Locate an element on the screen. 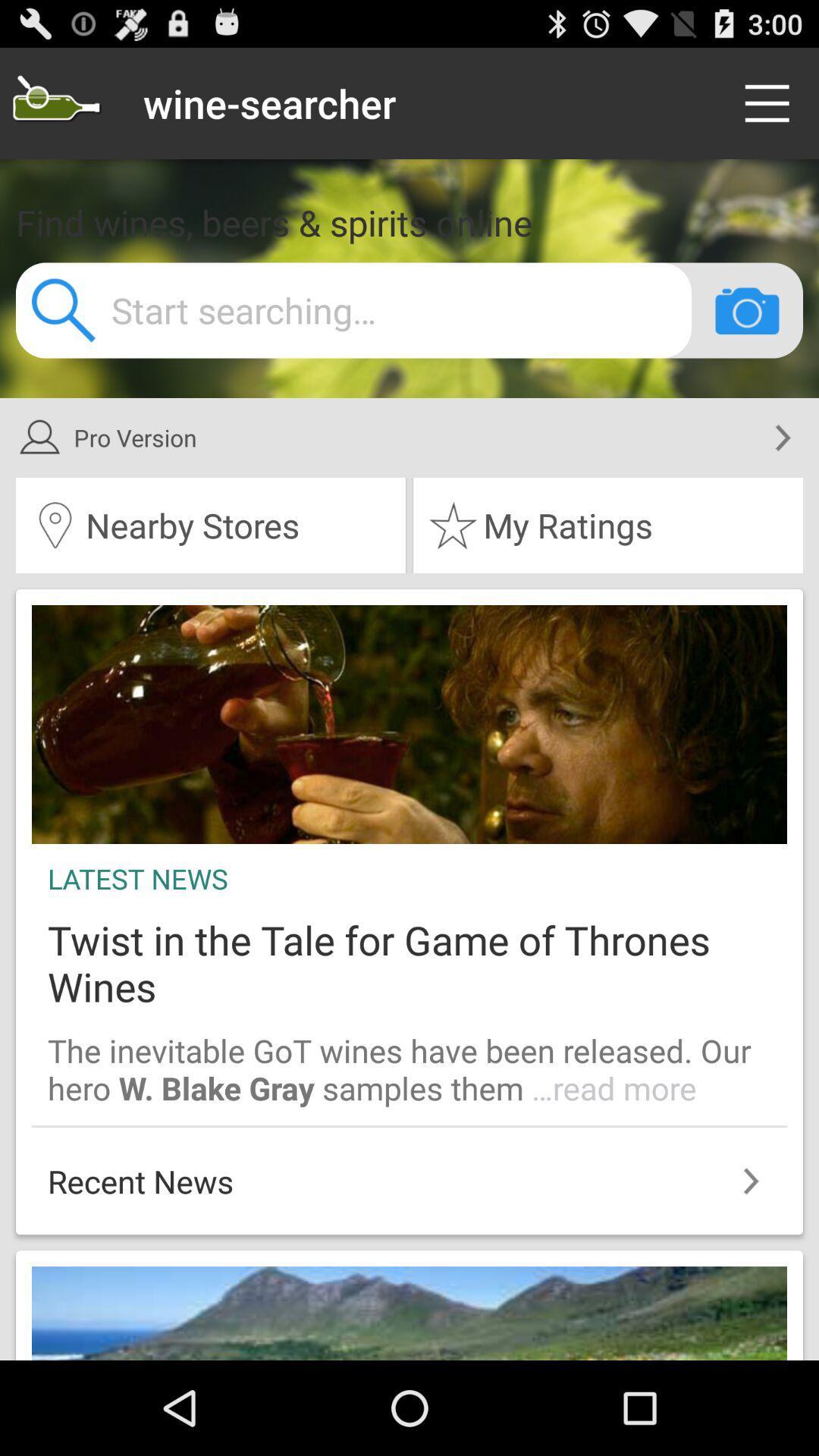 The width and height of the screenshot is (819, 1456). the icon next to my ratings item is located at coordinates (210, 525).